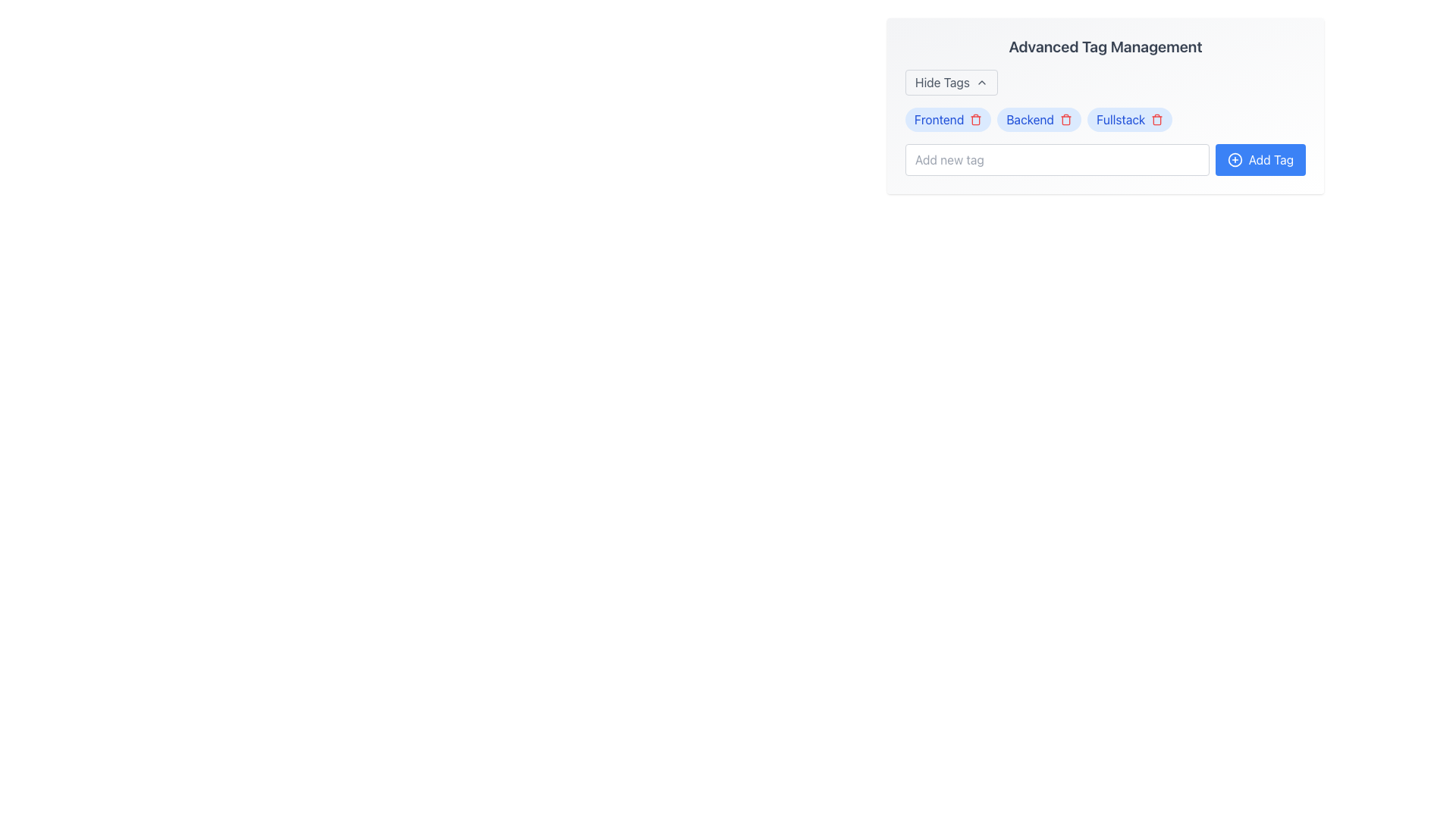 The height and width of the screenshot is (819, 1456). Describe the element at coordinates (1271, 160) in the screenshot. I see `the 'Add Tag' button located at the bottom-right of the 'Advanced Tag Management' panel, which features a circular icon on its left and an input field adjacent to it` at that location.